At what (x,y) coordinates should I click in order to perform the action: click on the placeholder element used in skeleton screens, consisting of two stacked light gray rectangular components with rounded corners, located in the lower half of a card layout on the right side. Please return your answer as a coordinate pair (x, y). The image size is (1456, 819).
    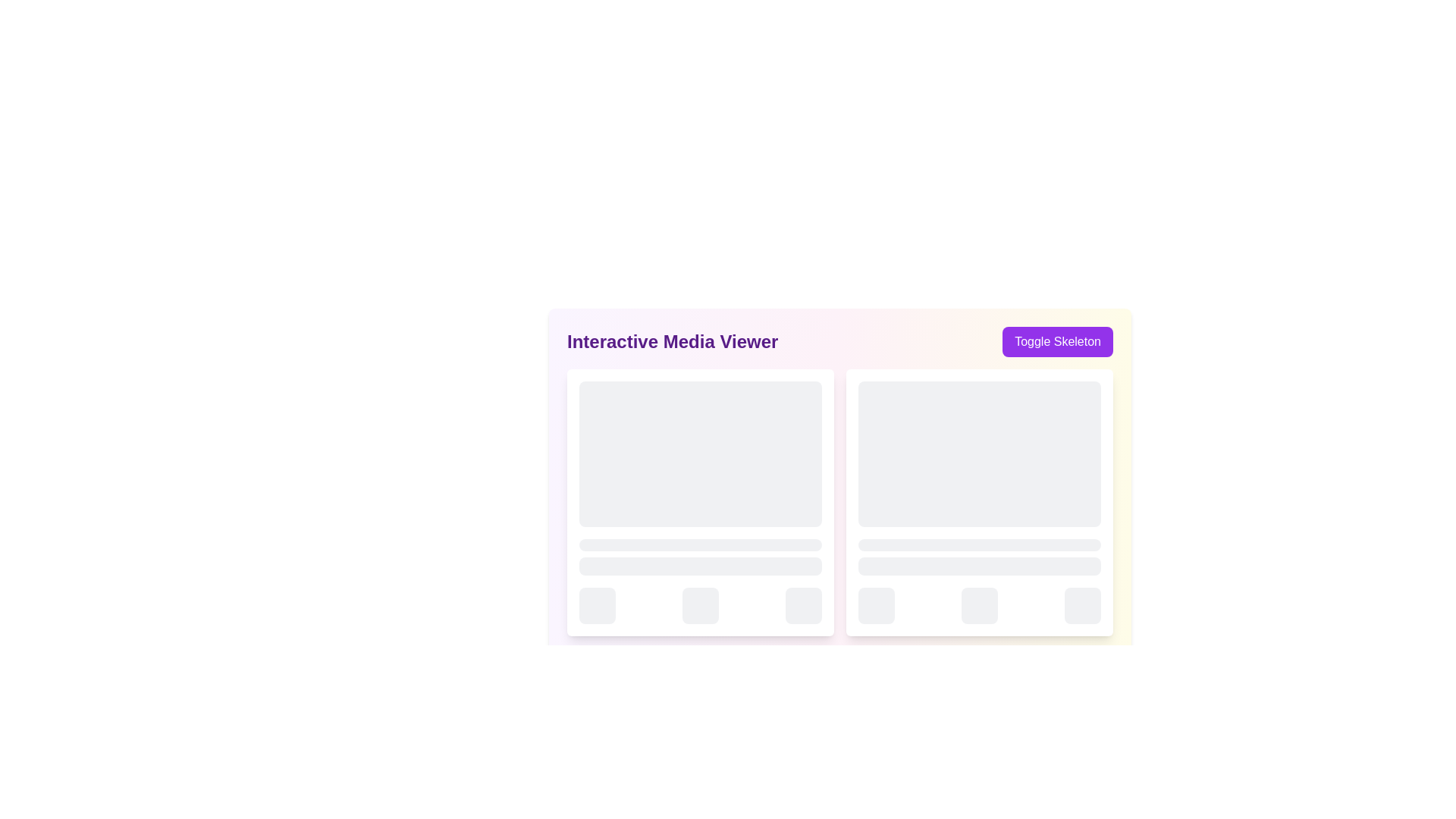
    Looking at the image, I should click on (979, 557).